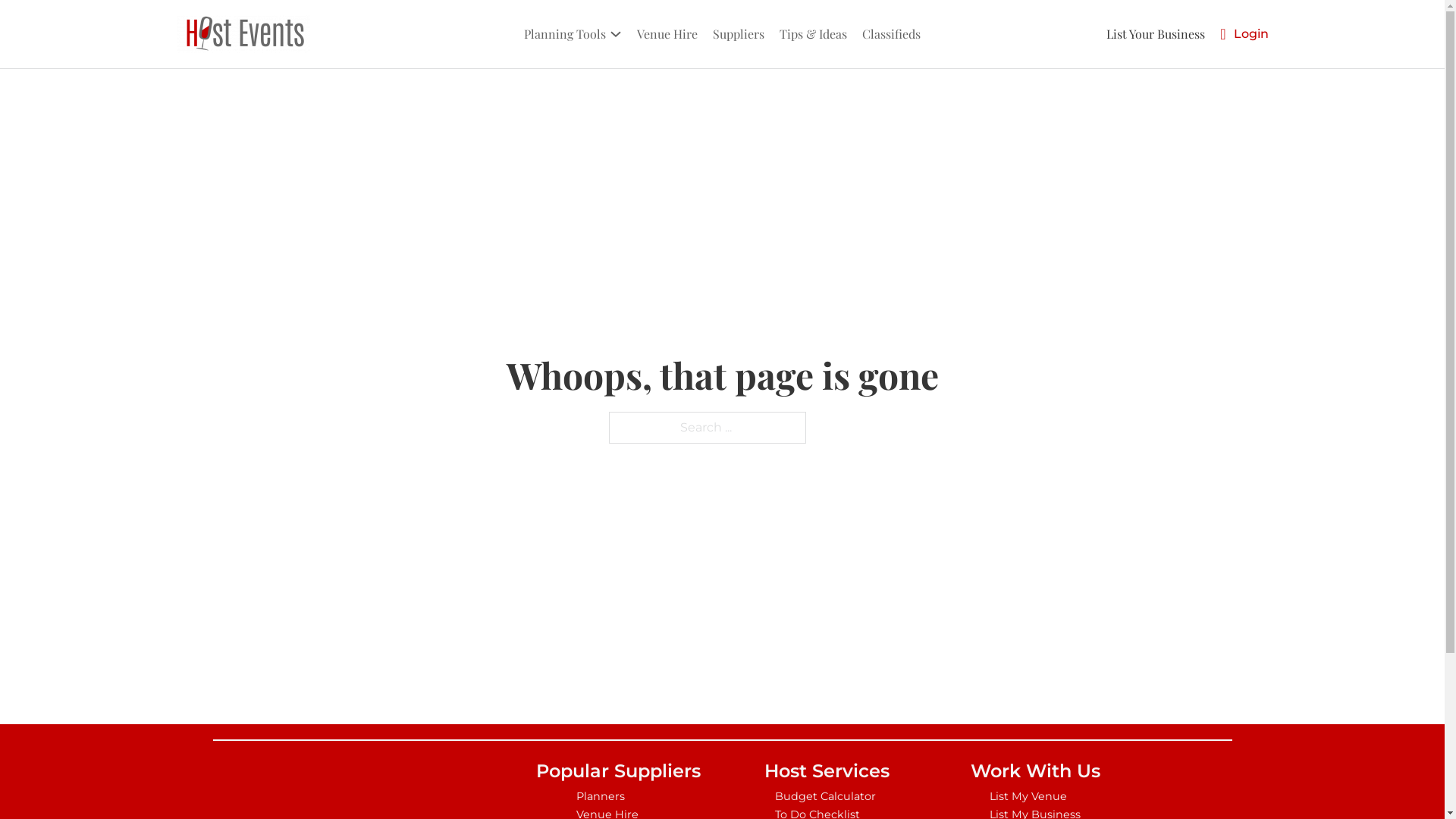 This screenshot has width=1456, height=819. I want to click on 'Planning Tools', so click(563, 33).